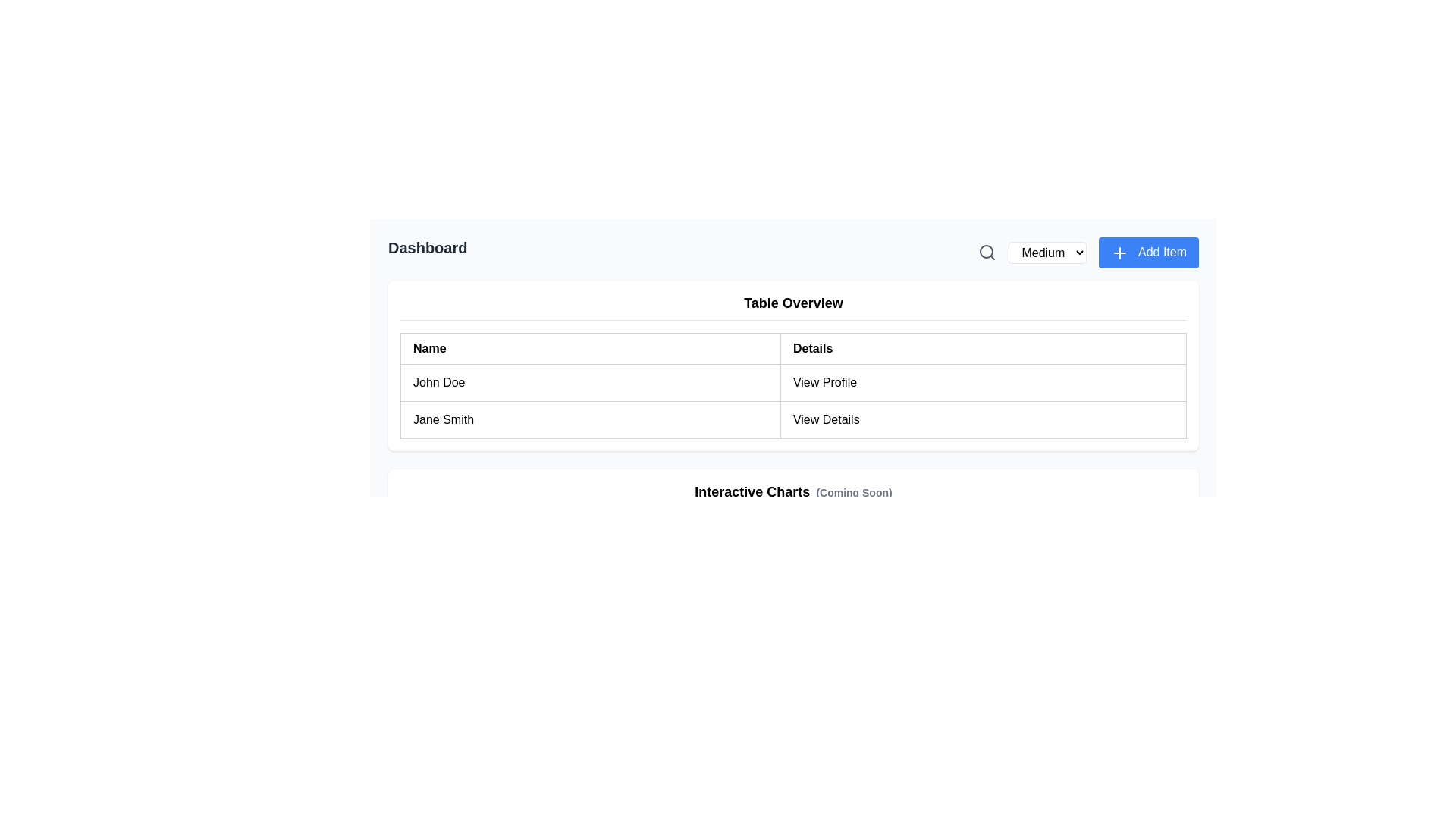 The height and width of the screenshot is (819, 1456). What do you see at coordinates (792, 381) in the screenshot?
I see `the first row of the table containing 'John Doe' and 'View Profile'` at bounding box center [792, 381].